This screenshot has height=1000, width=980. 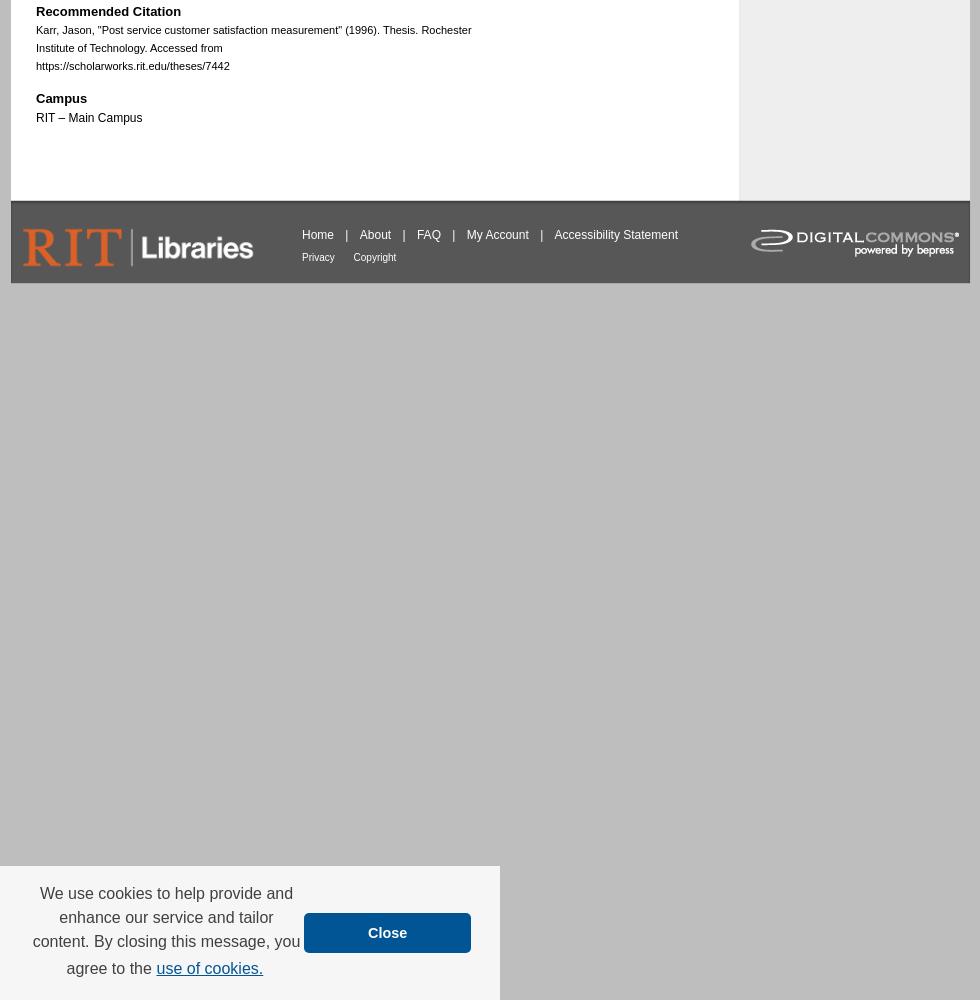 I want to click on 'use of cookies.', so click(x=209, y=966).